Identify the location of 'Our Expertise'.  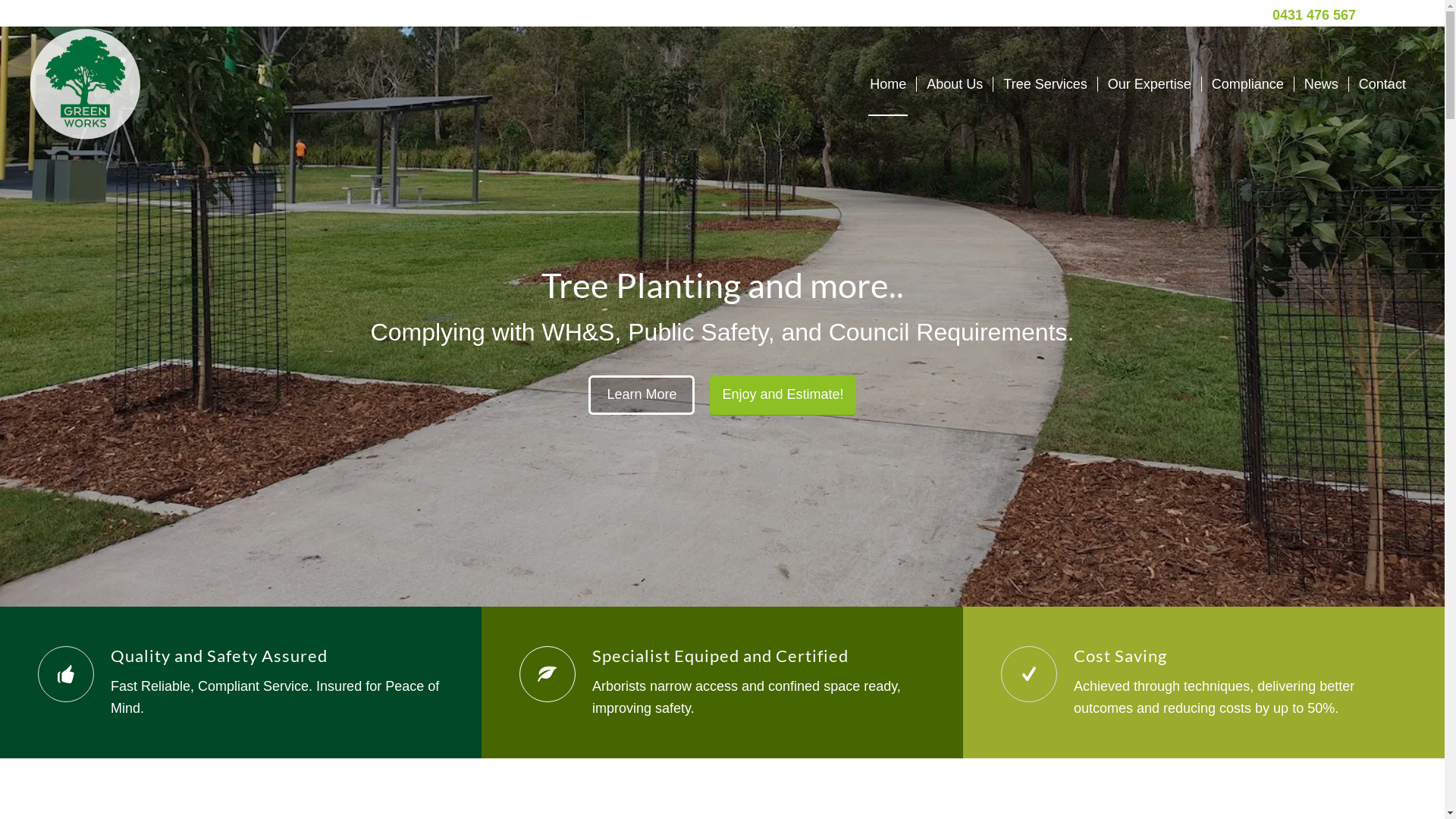
(1149, 84).